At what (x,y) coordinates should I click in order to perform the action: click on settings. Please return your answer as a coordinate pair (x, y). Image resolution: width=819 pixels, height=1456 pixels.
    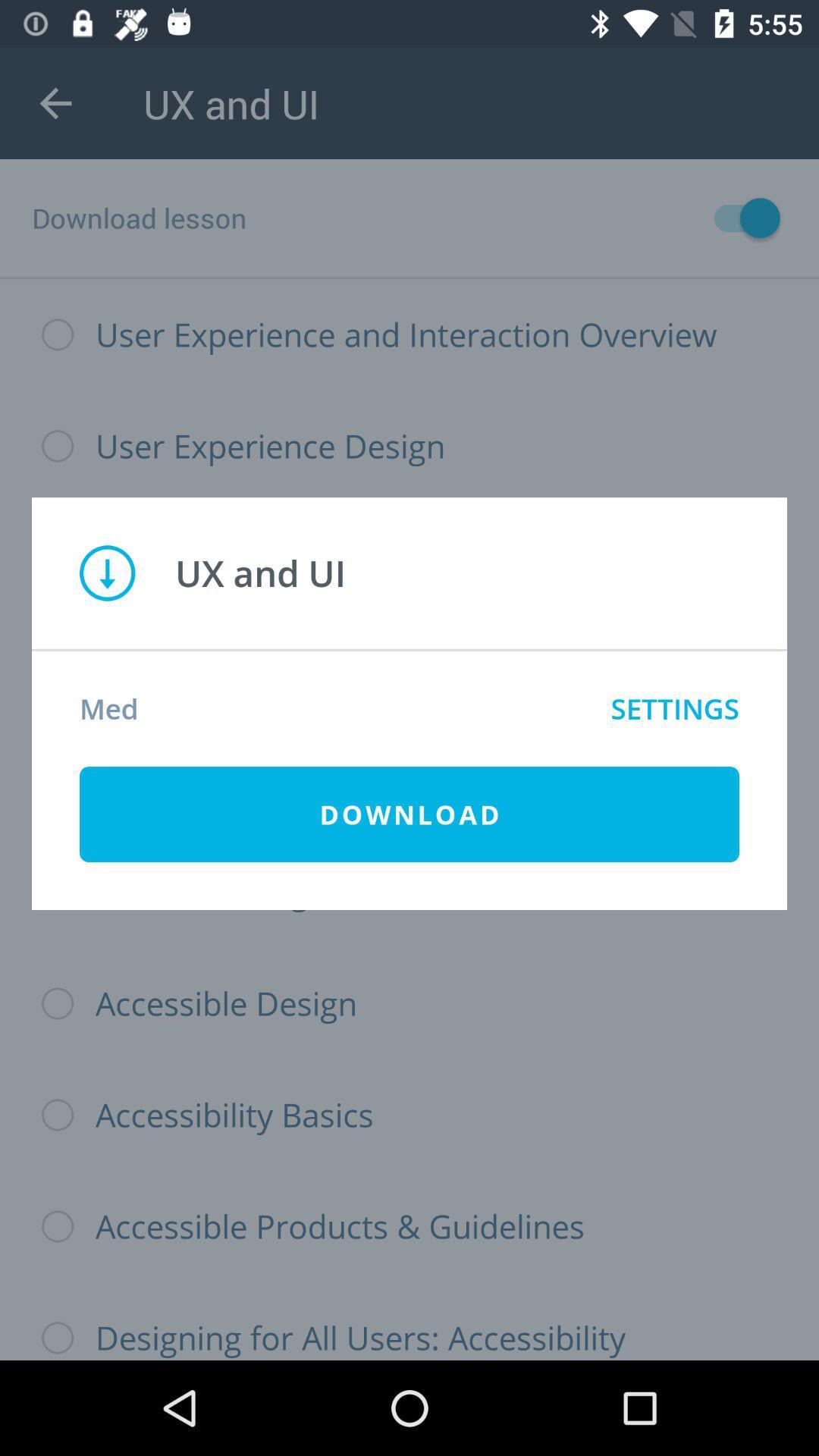
    Looking at the image, I should click on (674, 708).